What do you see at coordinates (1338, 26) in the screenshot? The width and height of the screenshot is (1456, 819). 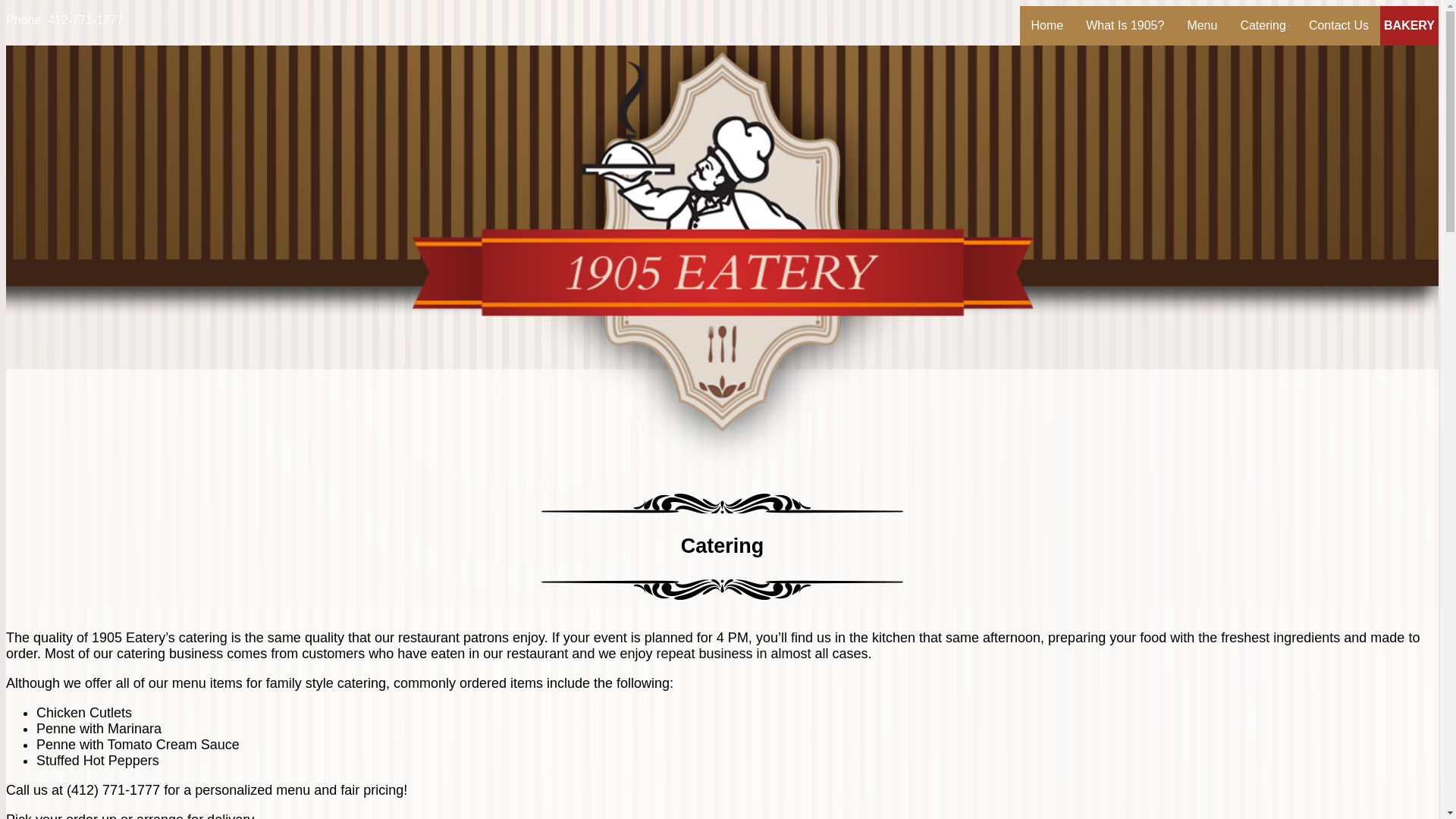 I see `'Contact Us'` at bounding box center [1338, 26].